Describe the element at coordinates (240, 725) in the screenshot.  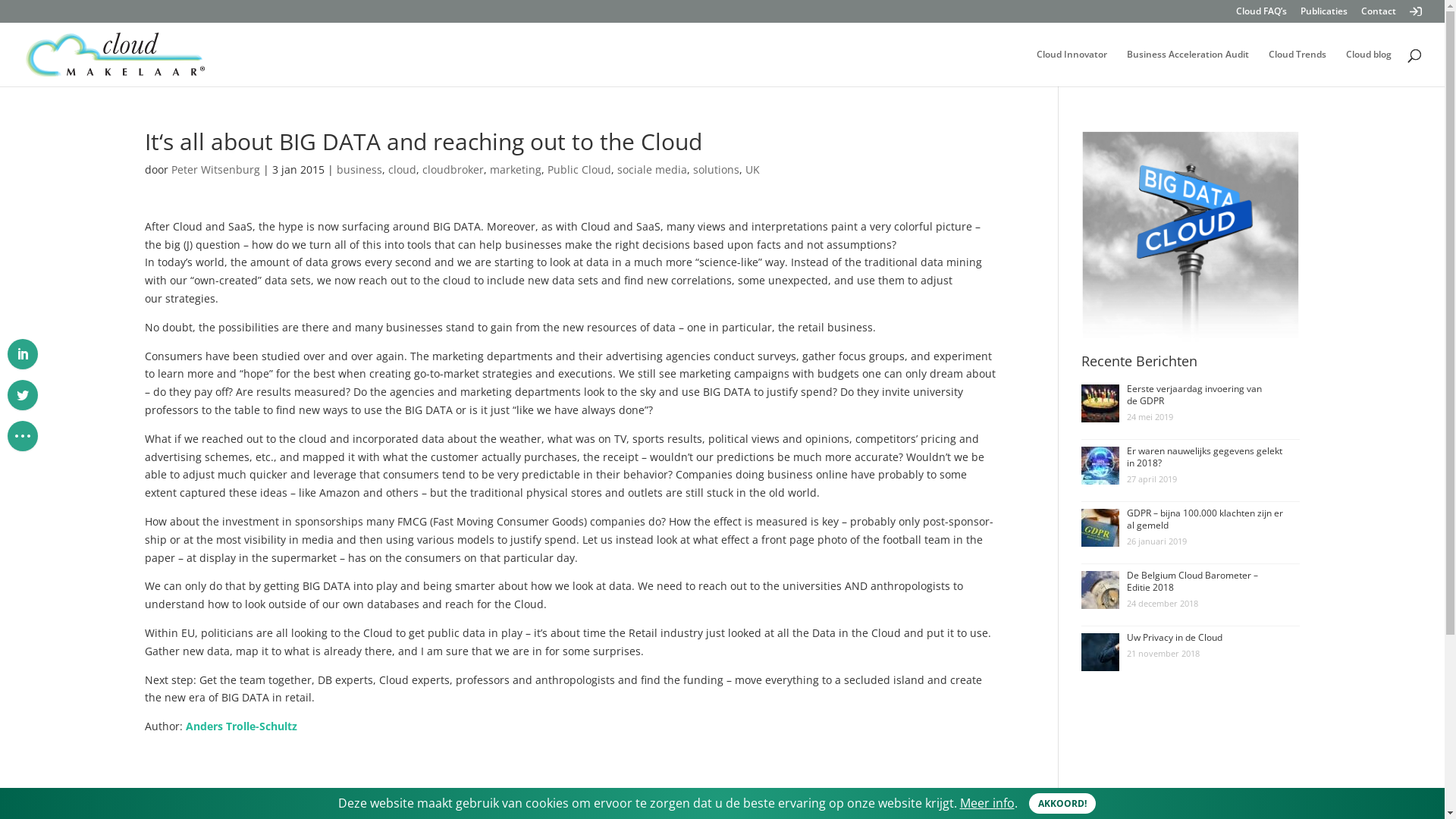
I see `'Anders Trolle-Schultz'` at that location.